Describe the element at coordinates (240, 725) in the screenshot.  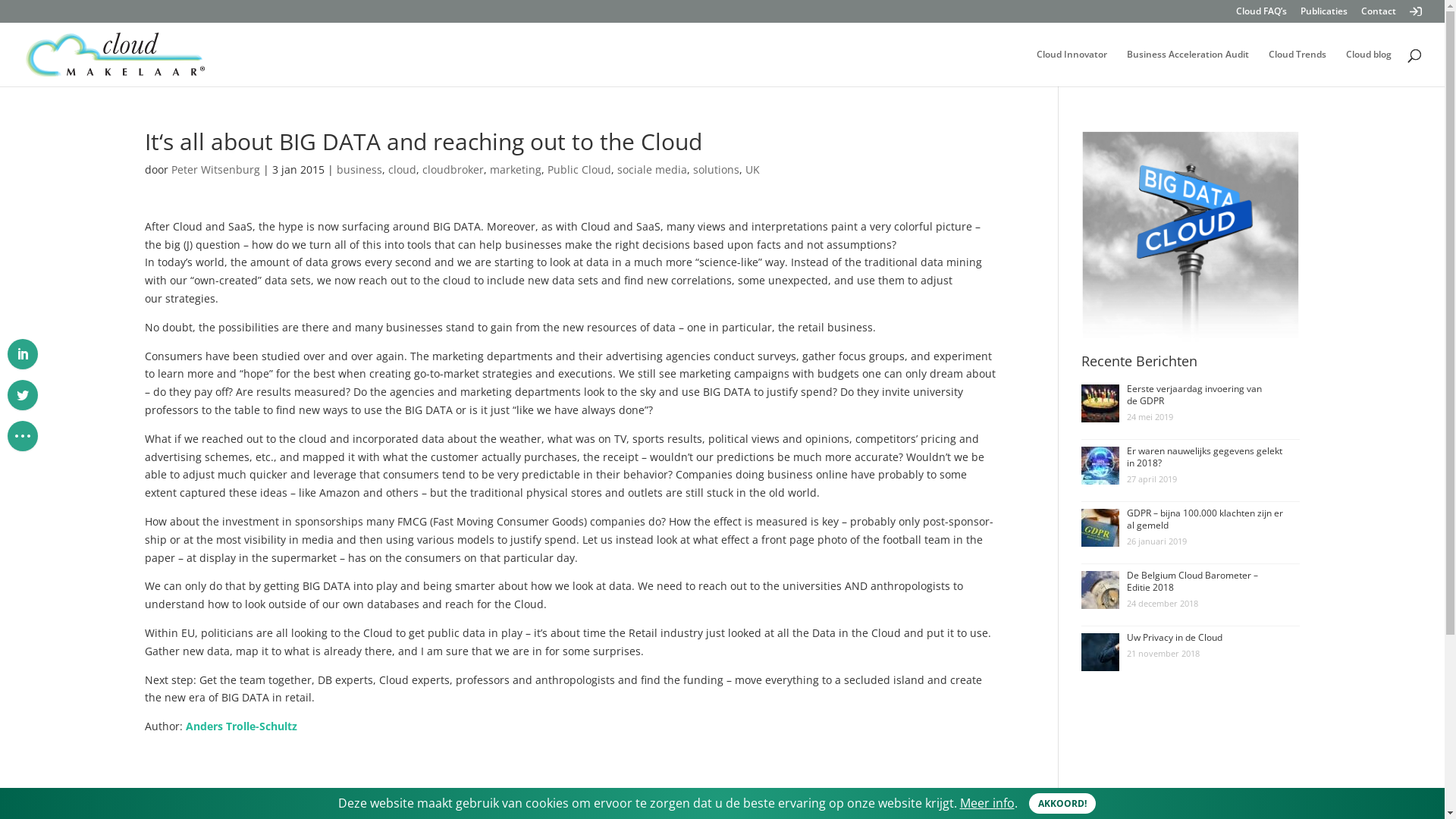
I see `'Anders Trolle-Schultz'` at that location.